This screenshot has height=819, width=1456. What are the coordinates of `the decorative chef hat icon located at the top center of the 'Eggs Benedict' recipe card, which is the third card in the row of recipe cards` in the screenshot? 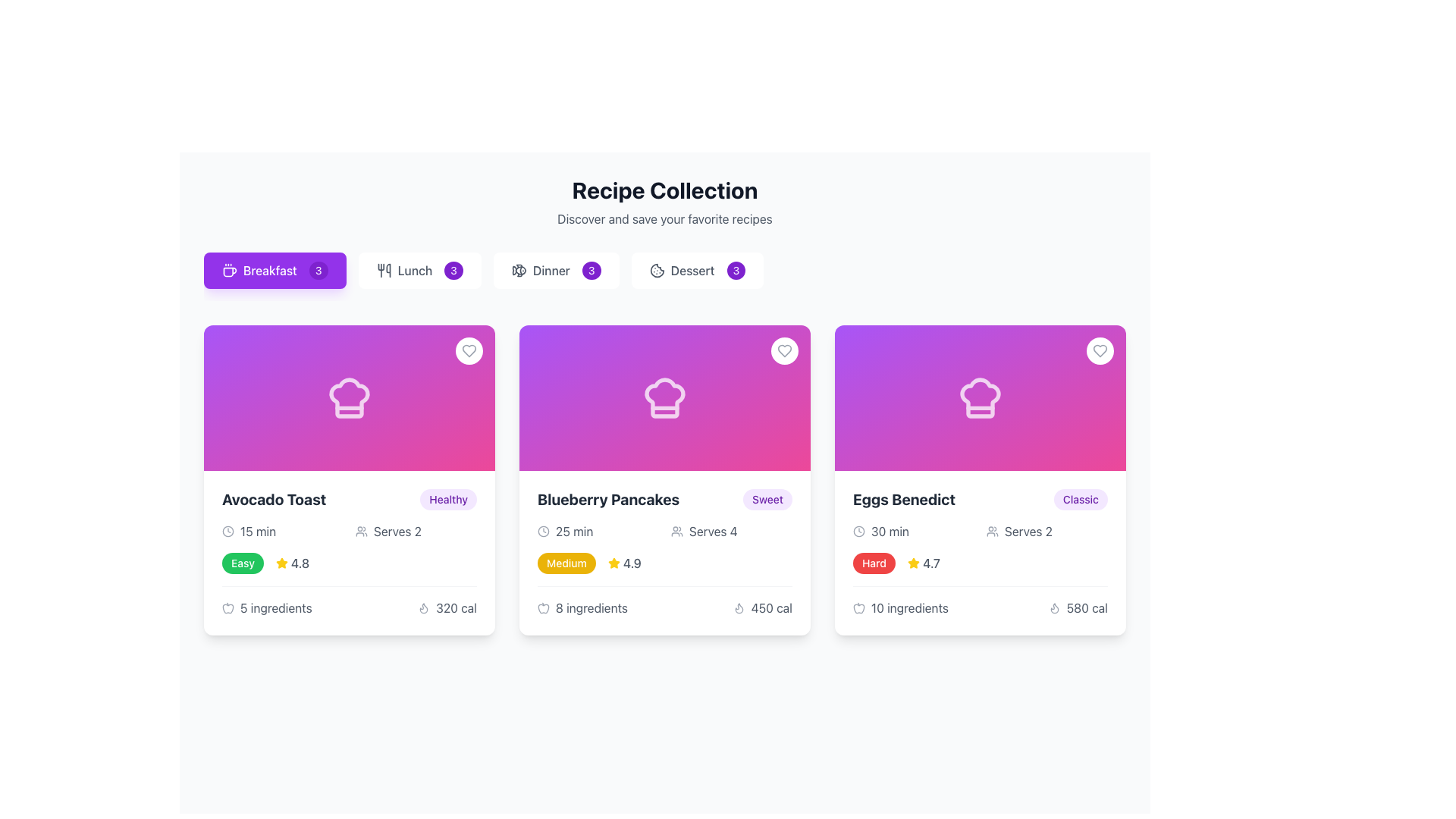 It's located at (980, 397).